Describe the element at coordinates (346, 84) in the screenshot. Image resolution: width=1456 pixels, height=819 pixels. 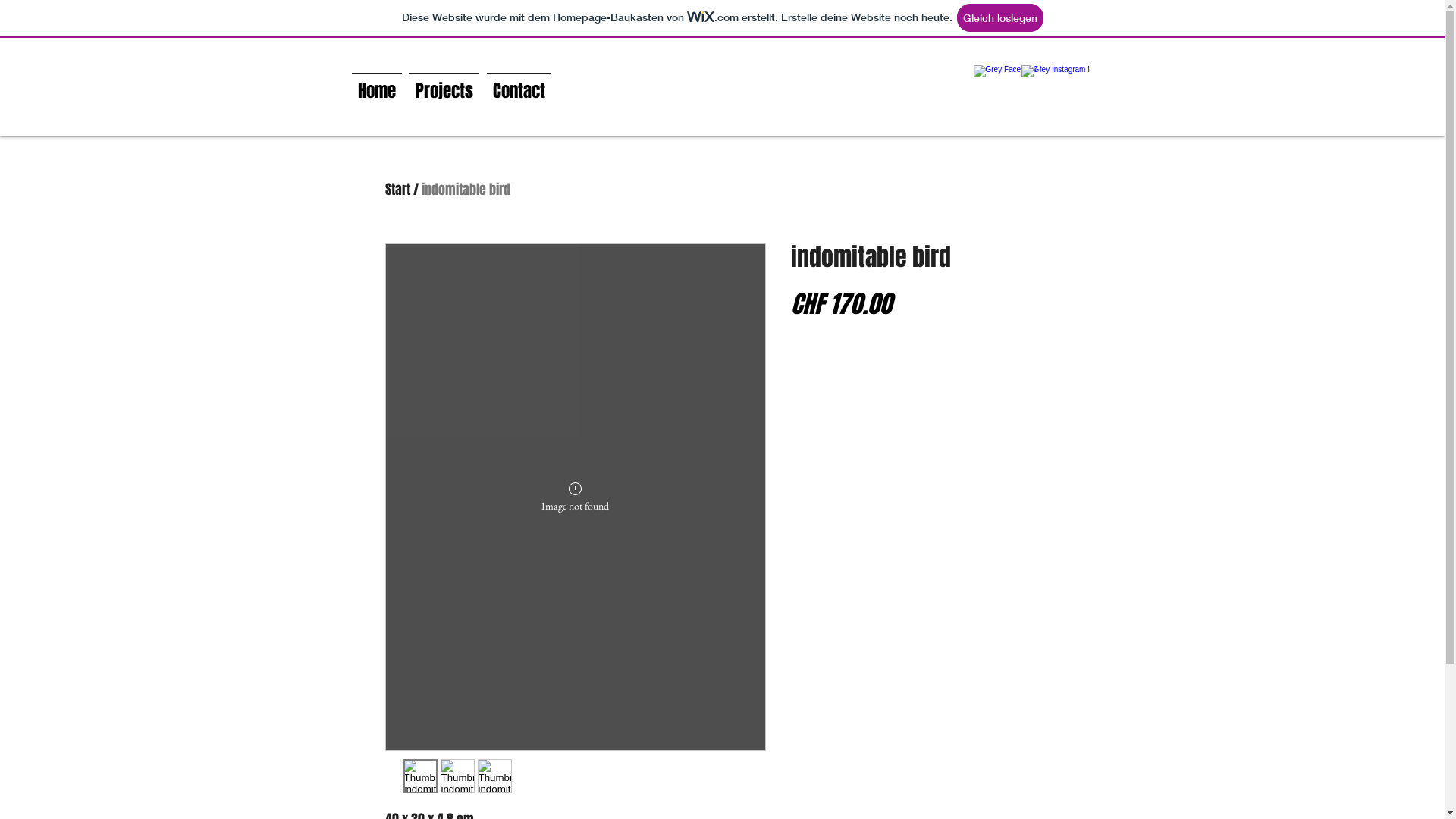
I see `'Home'` at that location.